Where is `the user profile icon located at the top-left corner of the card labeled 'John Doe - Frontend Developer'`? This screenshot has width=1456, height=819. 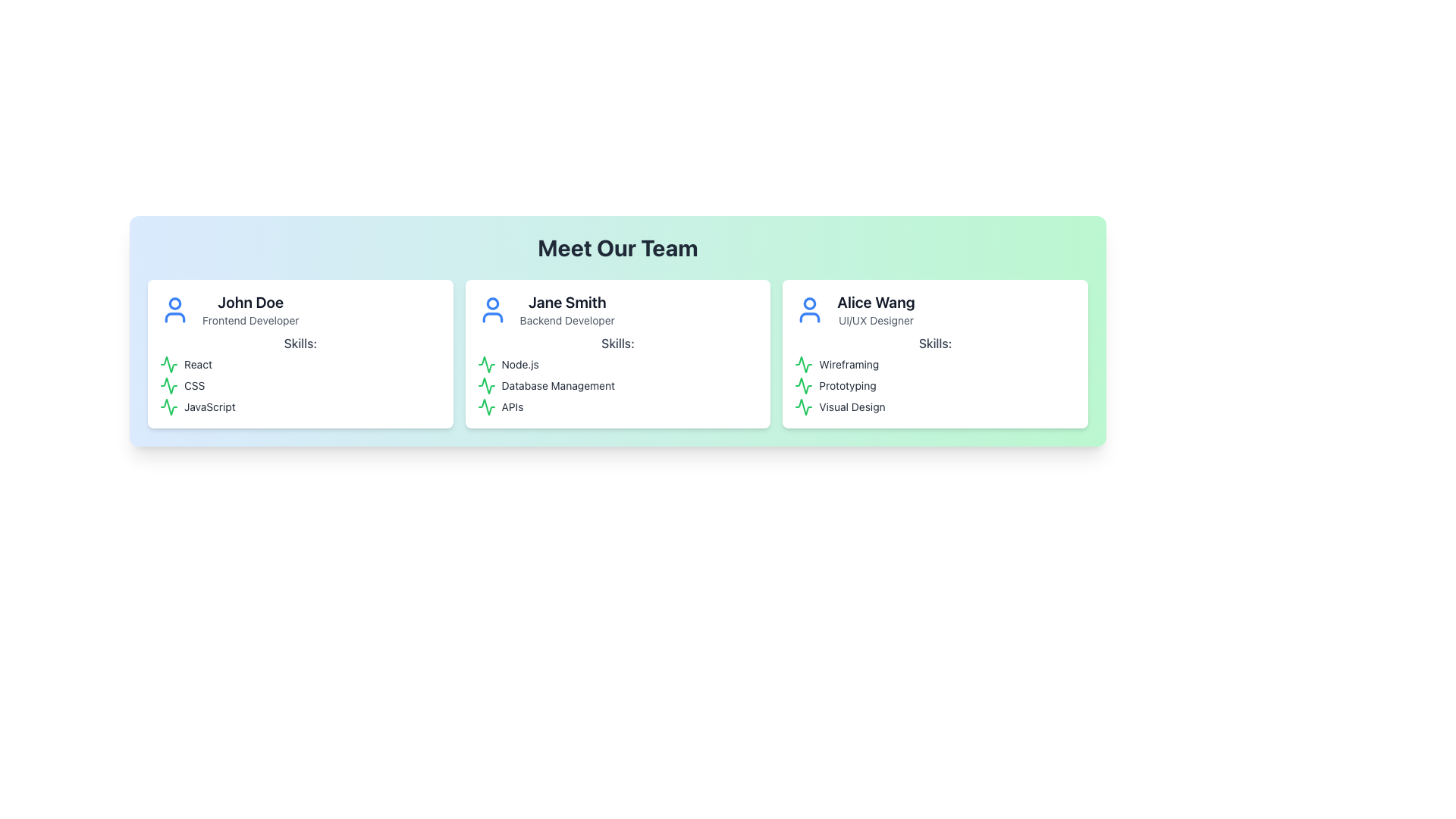
the user profile icon located at the top-left corner of the card labeled 'John Doe - Frontend Developer' is located at coordinates (174, 309).